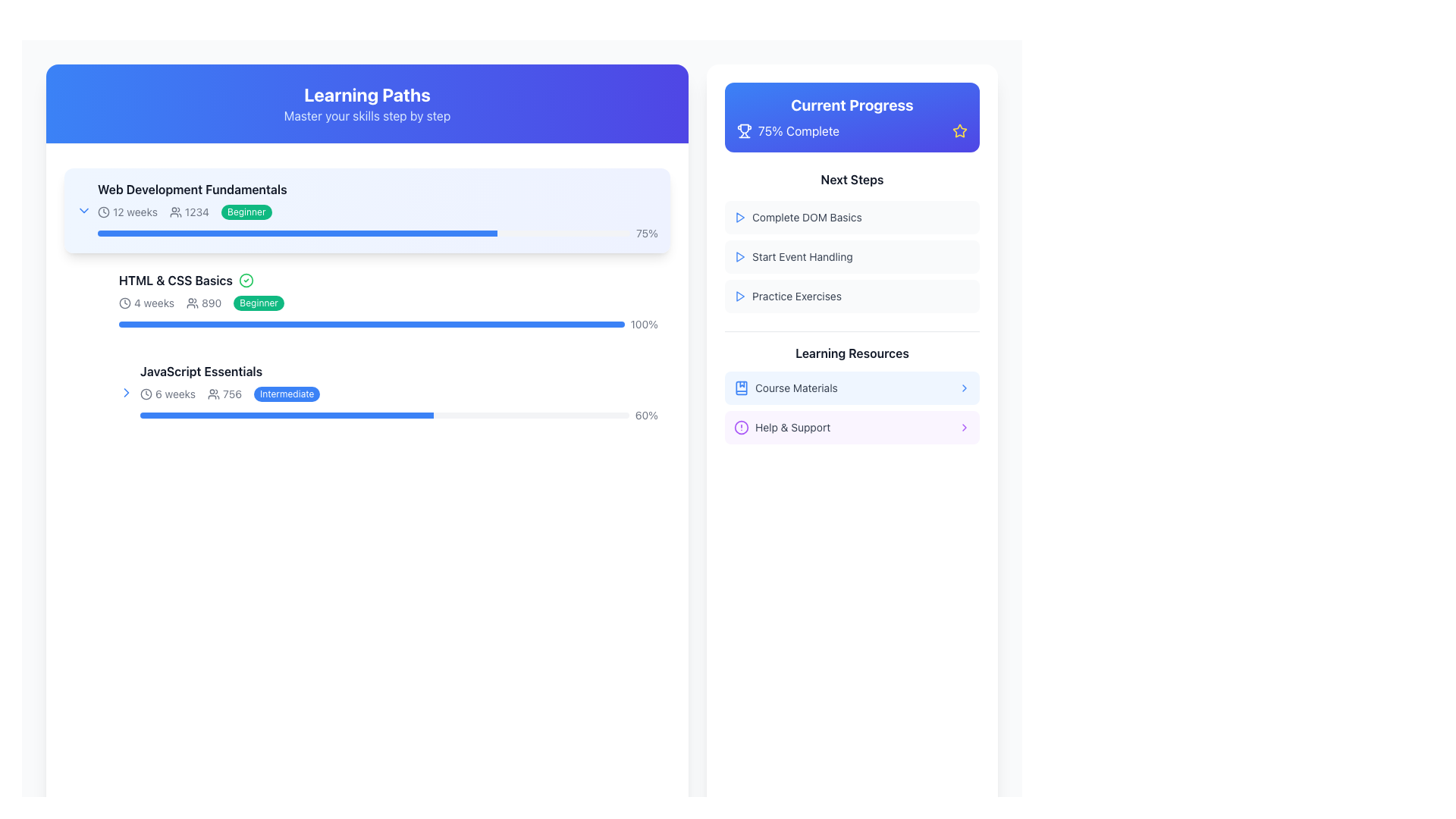 The height and width of the screenshot is (819, 1456). Describe the element at coordinates (852, 296) in the screenshot. I see `the 'Practice Exercises' button element located at the bottom of the 'Next Steps' list in the 'Current Progress' section` at that location.